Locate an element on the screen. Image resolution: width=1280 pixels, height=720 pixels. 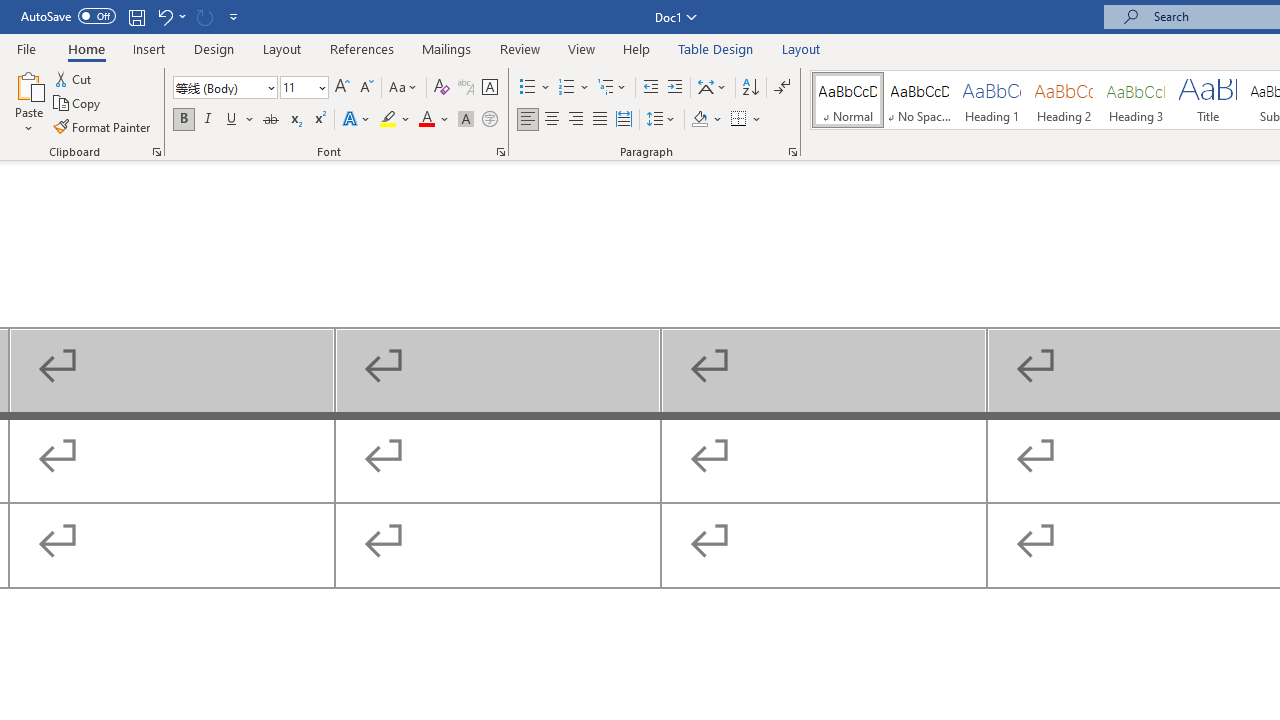
'Justify' is located at coordinates (598, 119).